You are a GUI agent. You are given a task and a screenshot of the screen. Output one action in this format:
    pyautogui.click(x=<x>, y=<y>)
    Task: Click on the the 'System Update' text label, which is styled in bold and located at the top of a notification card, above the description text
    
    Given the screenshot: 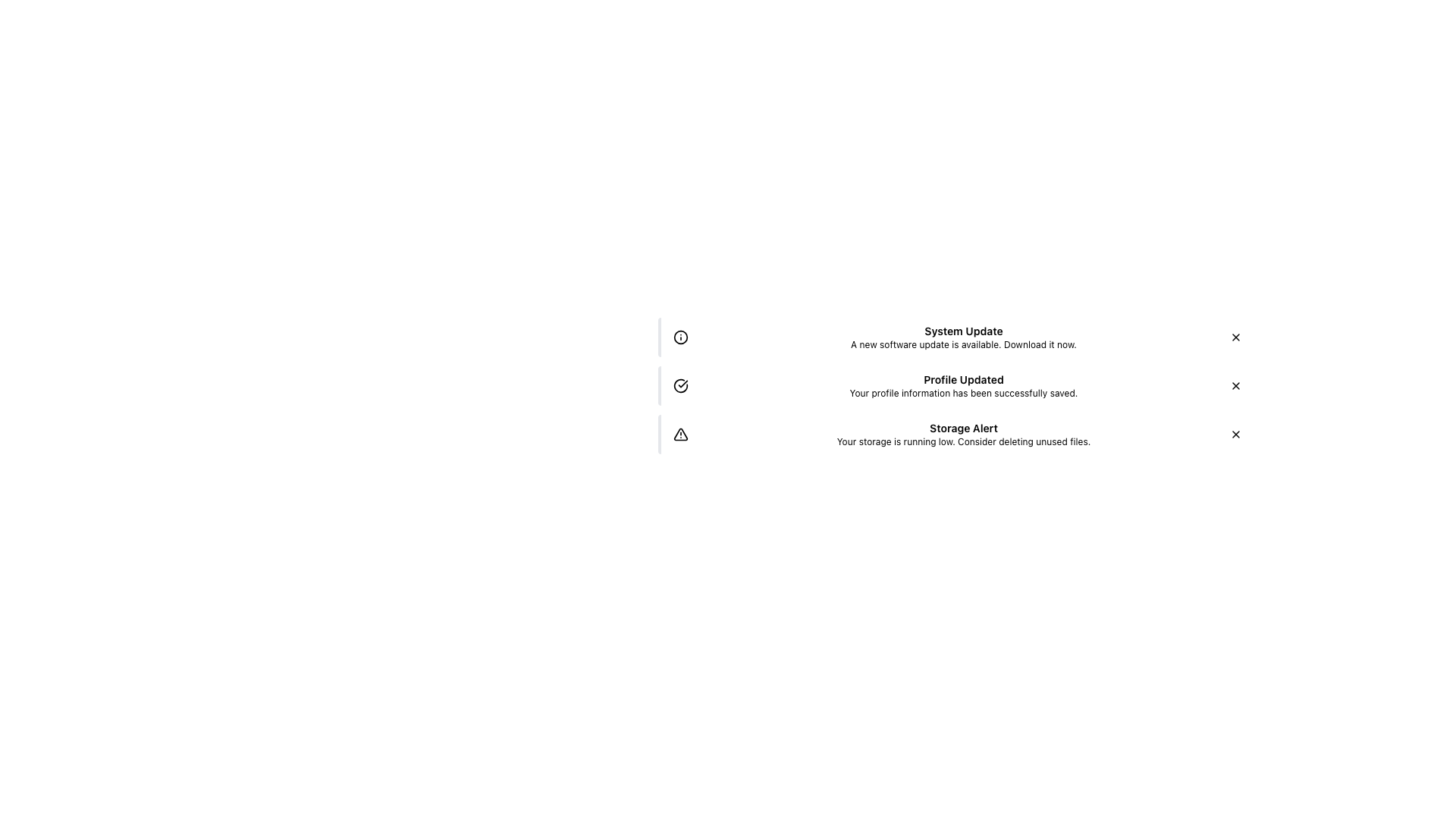 What is the action you would take?
    pyautogui.click(x=963, y=330)
    